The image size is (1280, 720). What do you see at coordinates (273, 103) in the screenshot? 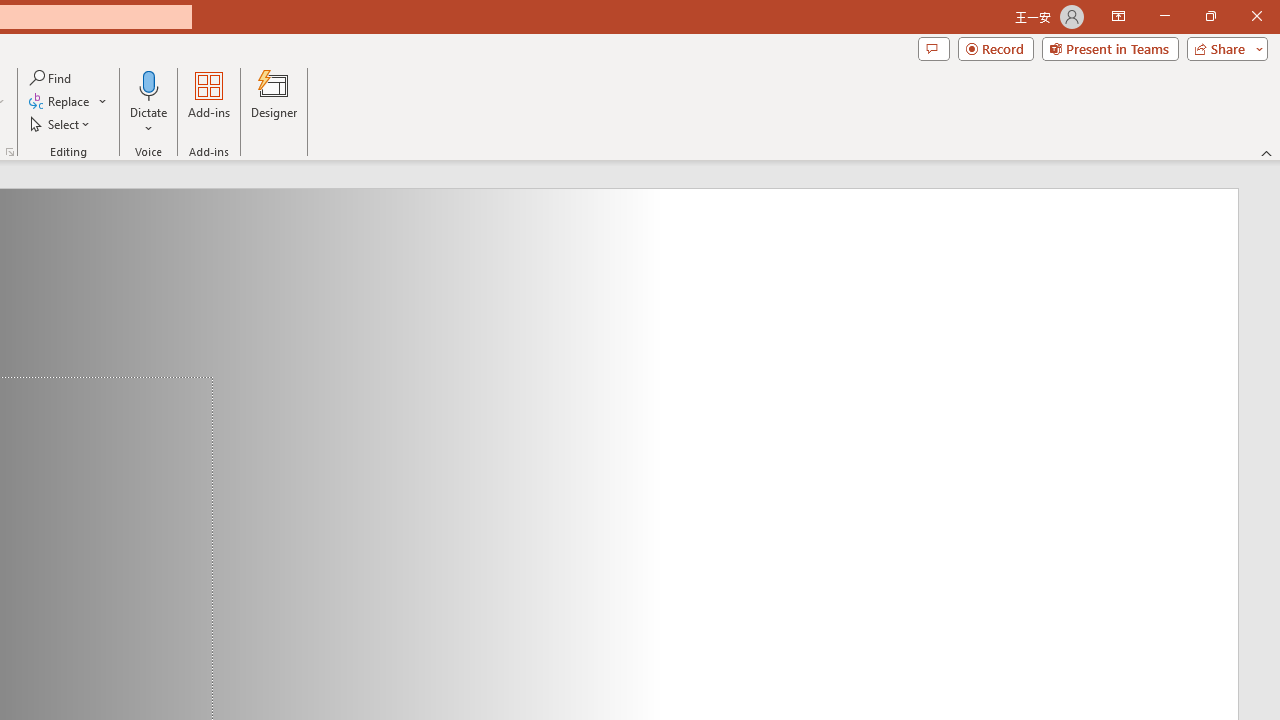
I see `'Designer'` at bounding box center [273, 103].